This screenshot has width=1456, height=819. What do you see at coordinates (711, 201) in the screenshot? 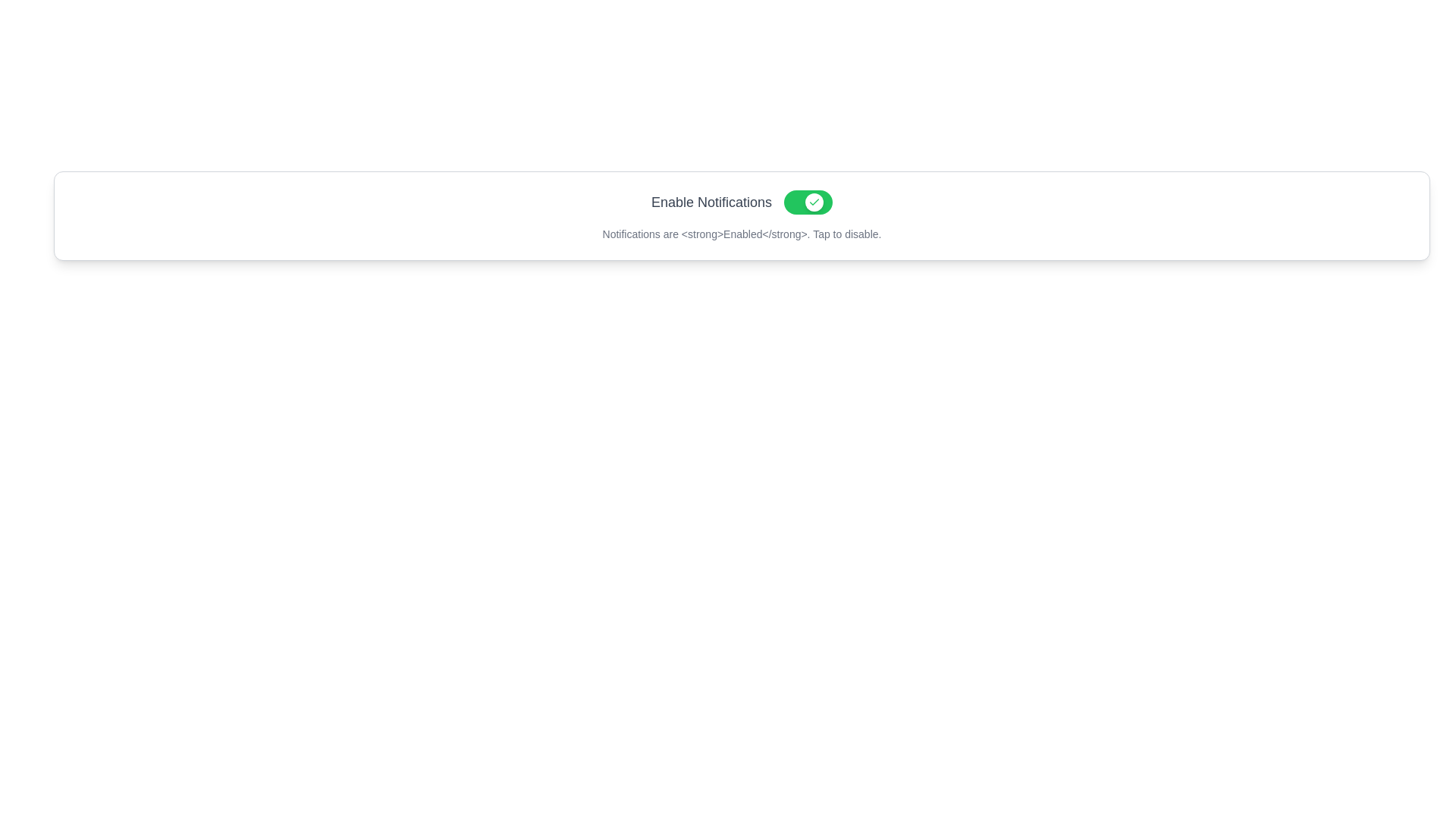
I see `the label that describes the function of the toggle switch, which is horizontally aligned to the left and positioned at the top-center of the page interface` at bounding box center [711, 201].